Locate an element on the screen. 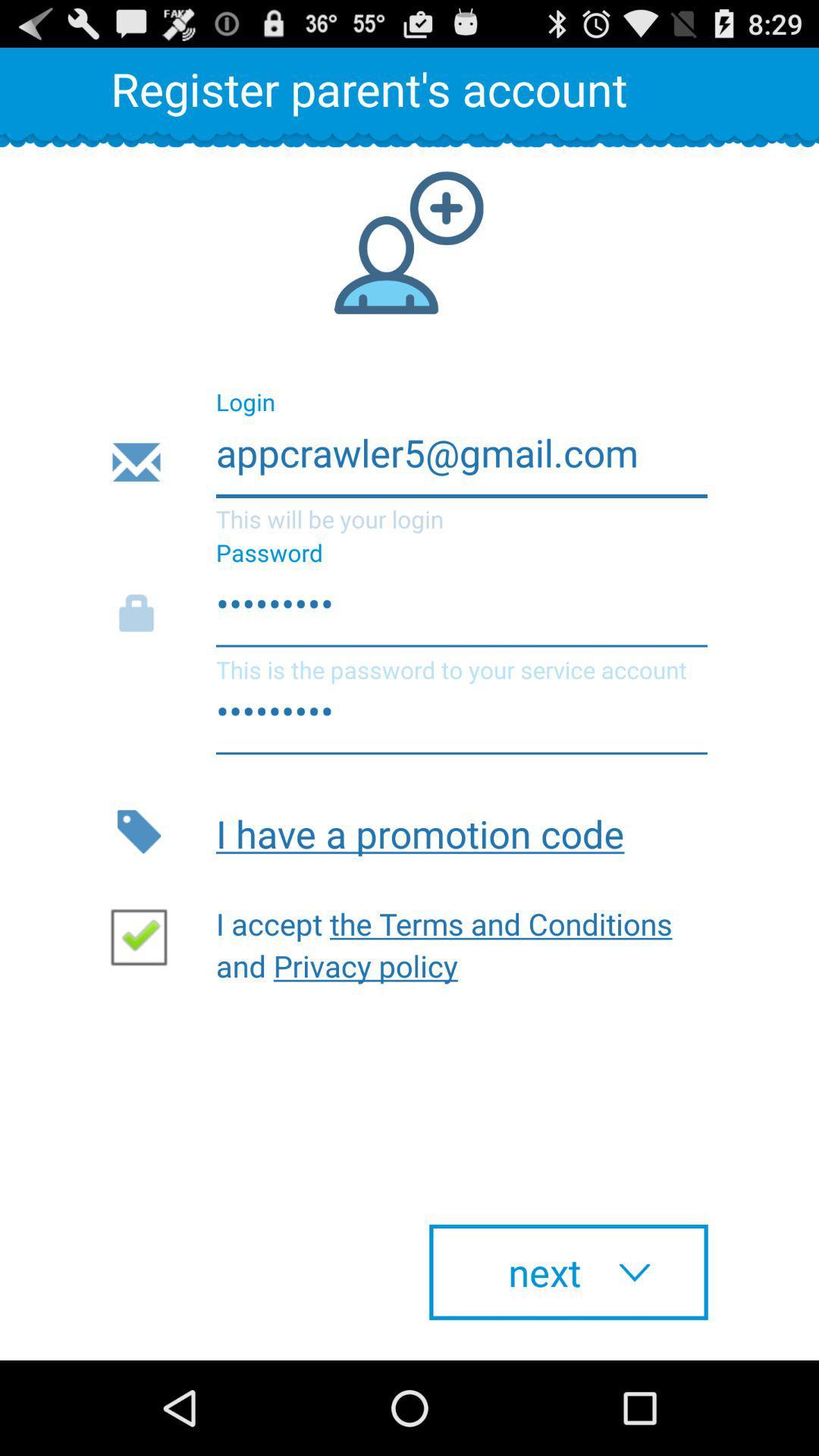 Image resolution: width=819 pixels, height=1456 pixels. the next icon is located at coordinates (568, 1272).